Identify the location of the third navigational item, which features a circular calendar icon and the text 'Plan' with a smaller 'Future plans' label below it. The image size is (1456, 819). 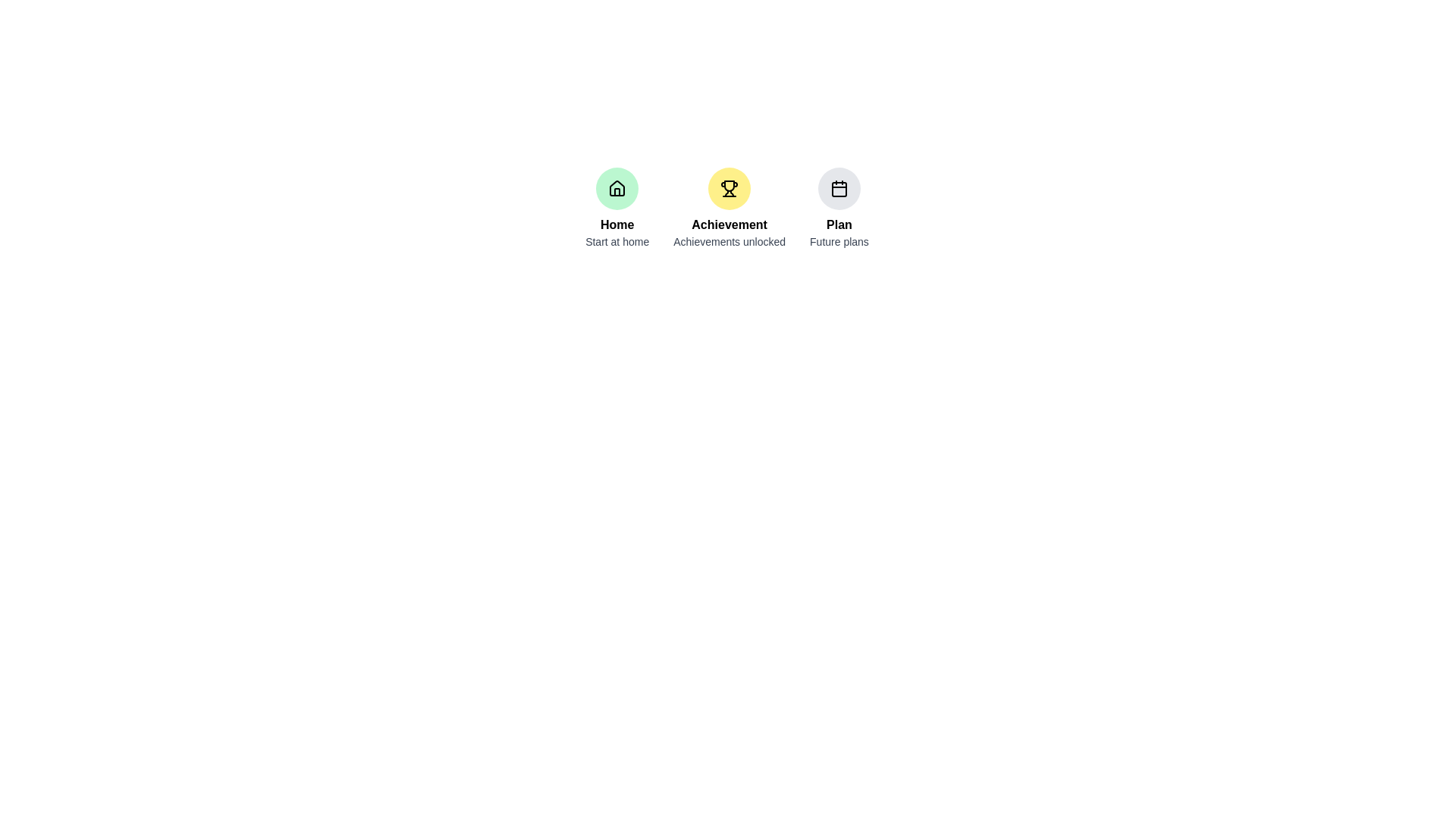
(838, 208).